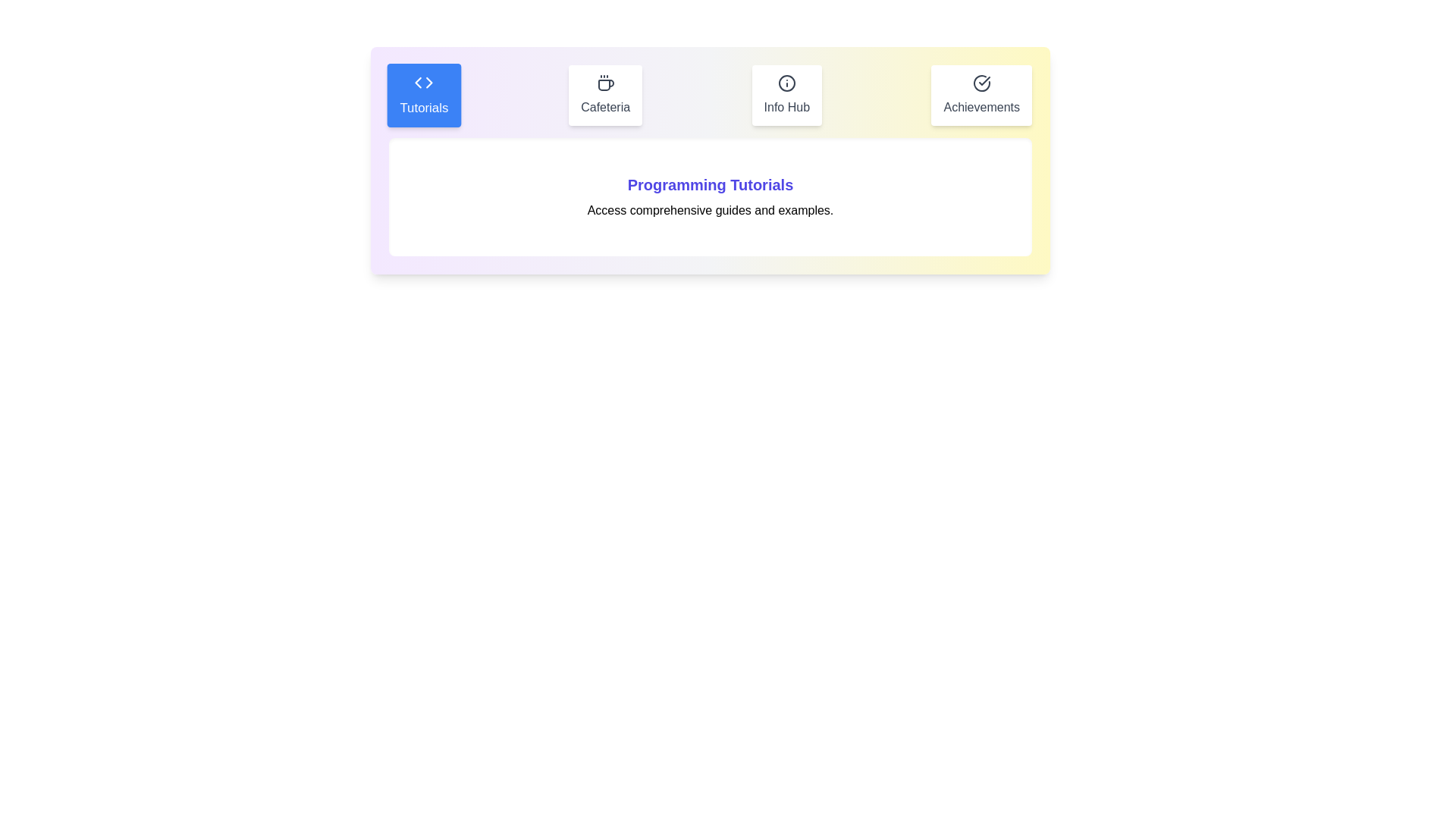 Image resolution: width=1456 pixels, height=819 pixels. What do you see at coordinates (786, 96) in the screenshot?
I see `the tab labeled Info Hub` at bounding box center [786, 96].